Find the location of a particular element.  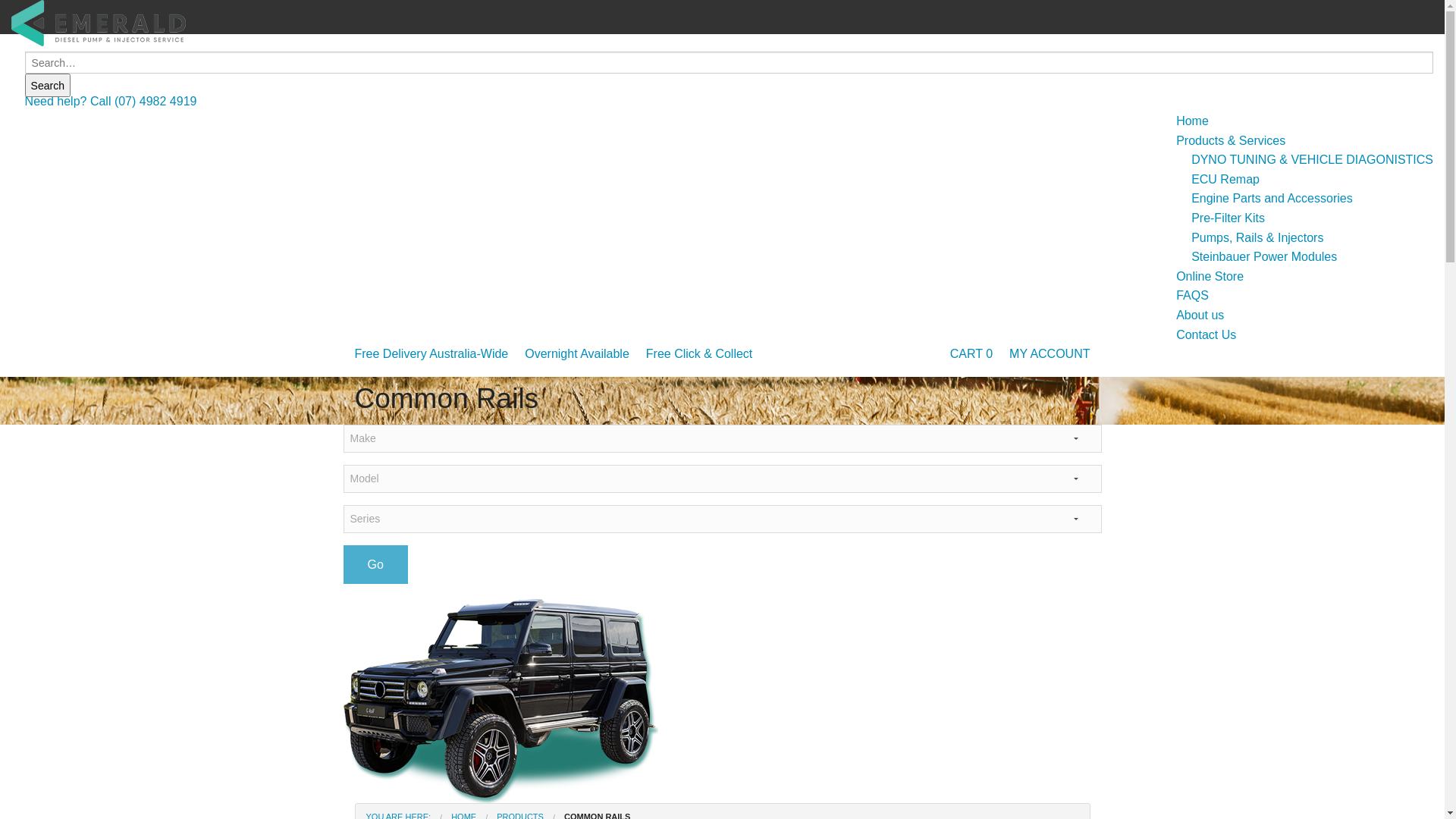

'CART 0' is located at coordinates (949, 353).